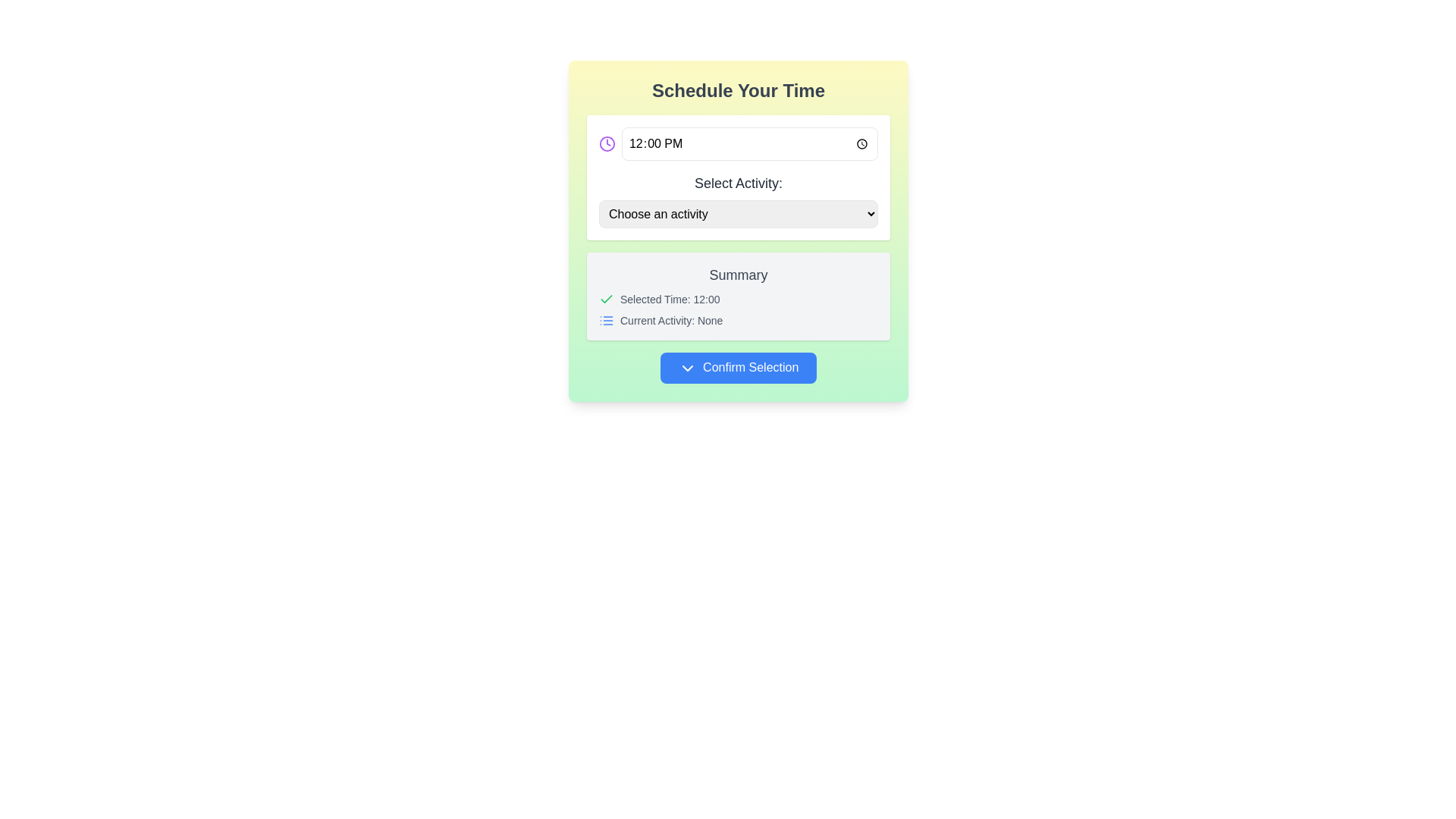 The height and width of the screenshot is (819, 1456). What do you see at coordinates (739, 90) in the screenshot?
I see `the bold text label that says 'Schedule Your Time', which is positioned at the top center of the panel with a gradient background` at bounding box center [739, 90].